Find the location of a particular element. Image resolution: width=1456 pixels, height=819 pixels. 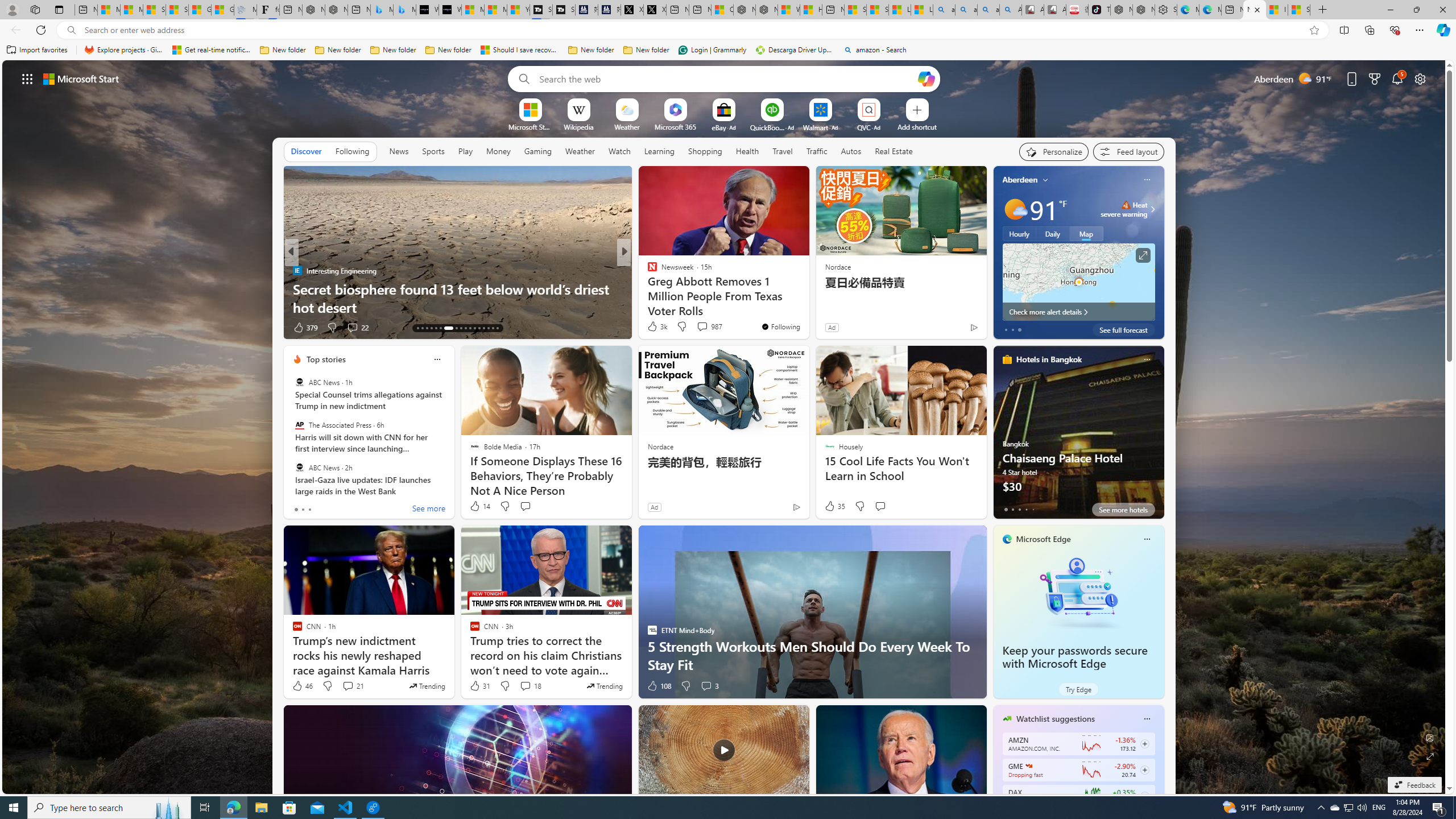

'AutomationID: tab-22' is located at coordinates (464, 328).